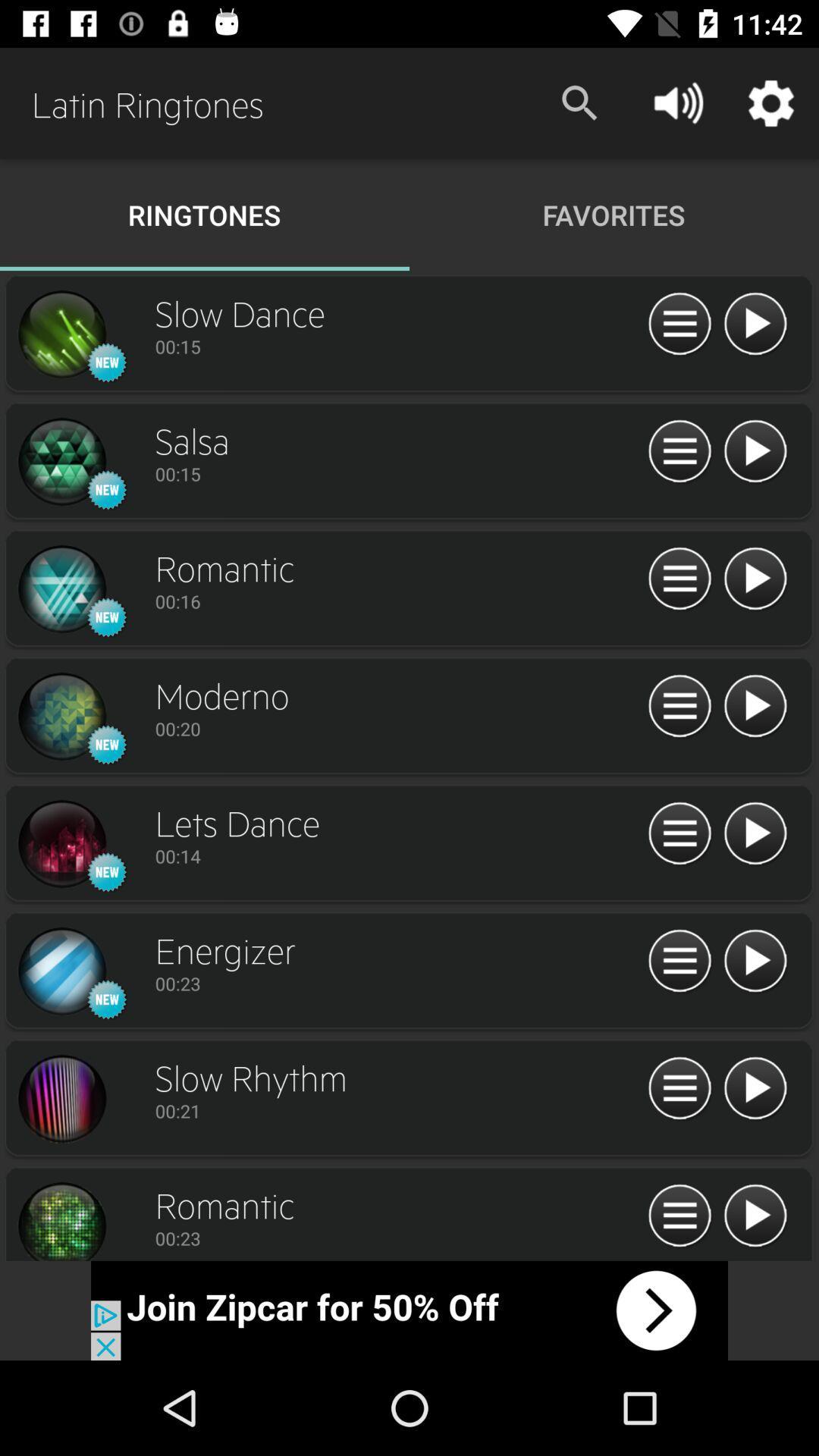 This screenshot has width=819, height=1456. I want to click on the text above 0020, so click(397, 694).